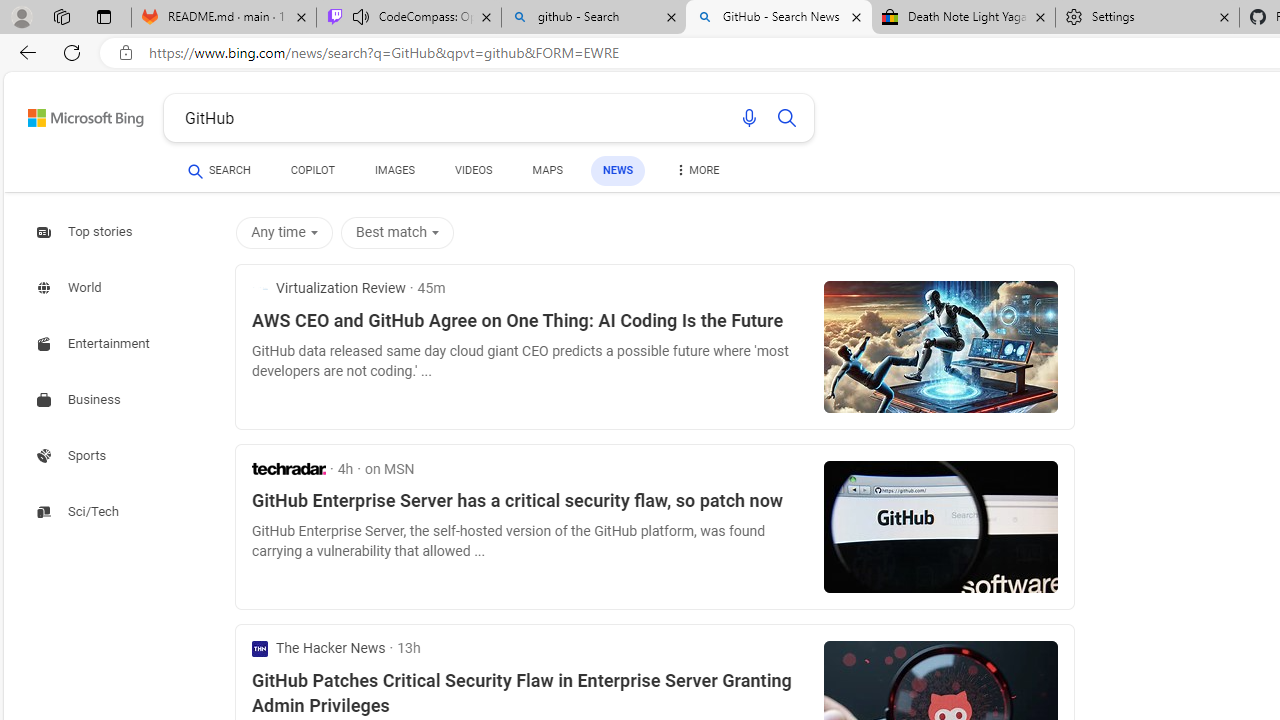 Image resolution: width=1280 pixels, height=720 pixels. I want to click on 'Mute tab', so click(360, 16).